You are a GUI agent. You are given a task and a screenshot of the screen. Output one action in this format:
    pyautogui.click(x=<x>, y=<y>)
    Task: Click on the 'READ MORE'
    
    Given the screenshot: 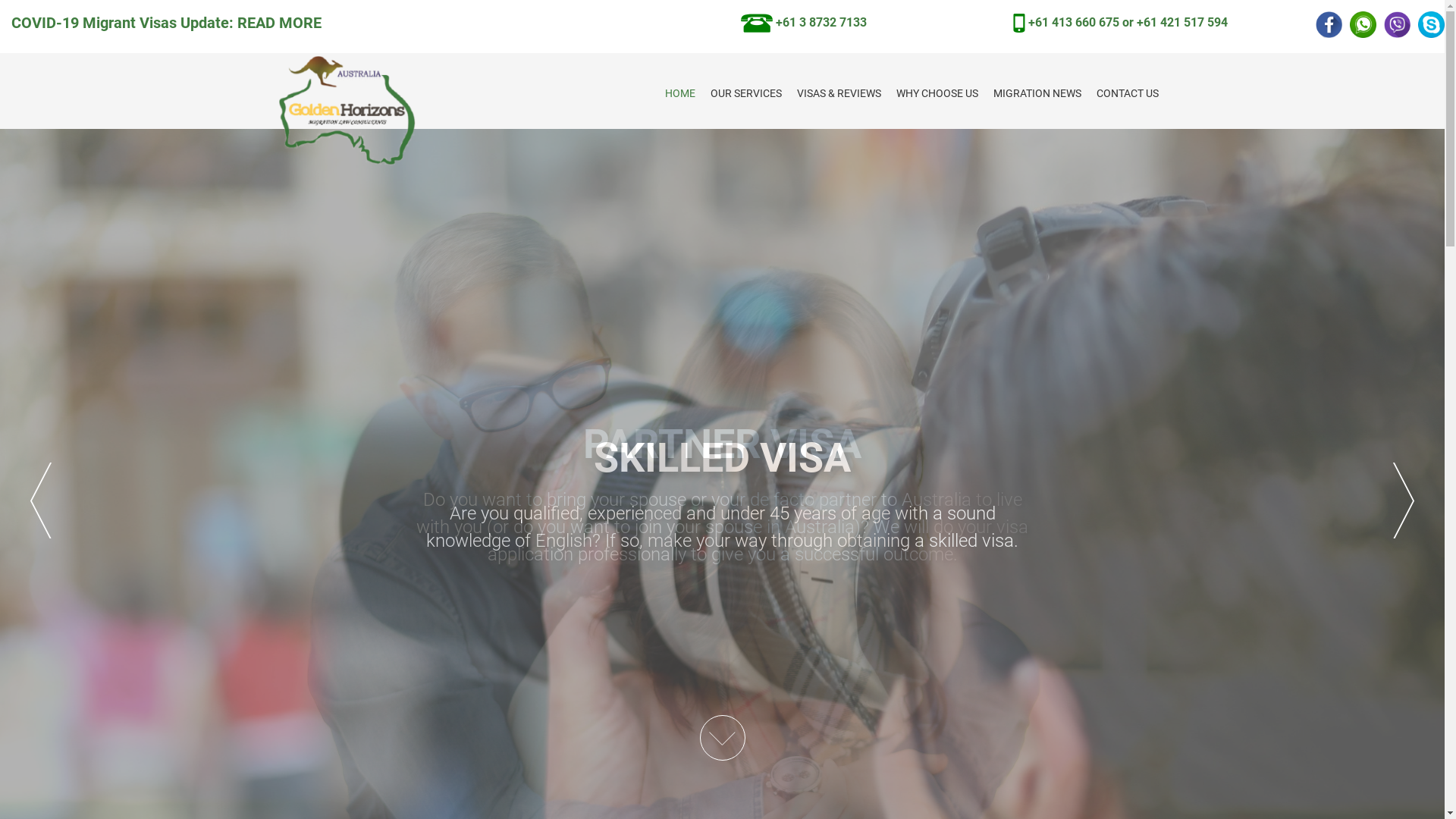 What is the action you would take?
    pyautogui.click(x=279, y=23)
    